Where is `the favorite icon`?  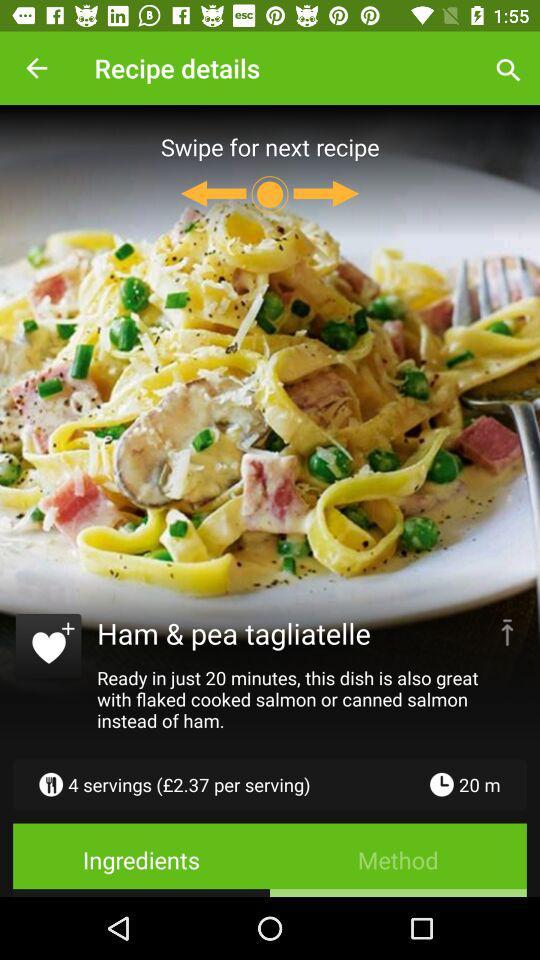 the favorite icon is located at coordinates (48, 648).